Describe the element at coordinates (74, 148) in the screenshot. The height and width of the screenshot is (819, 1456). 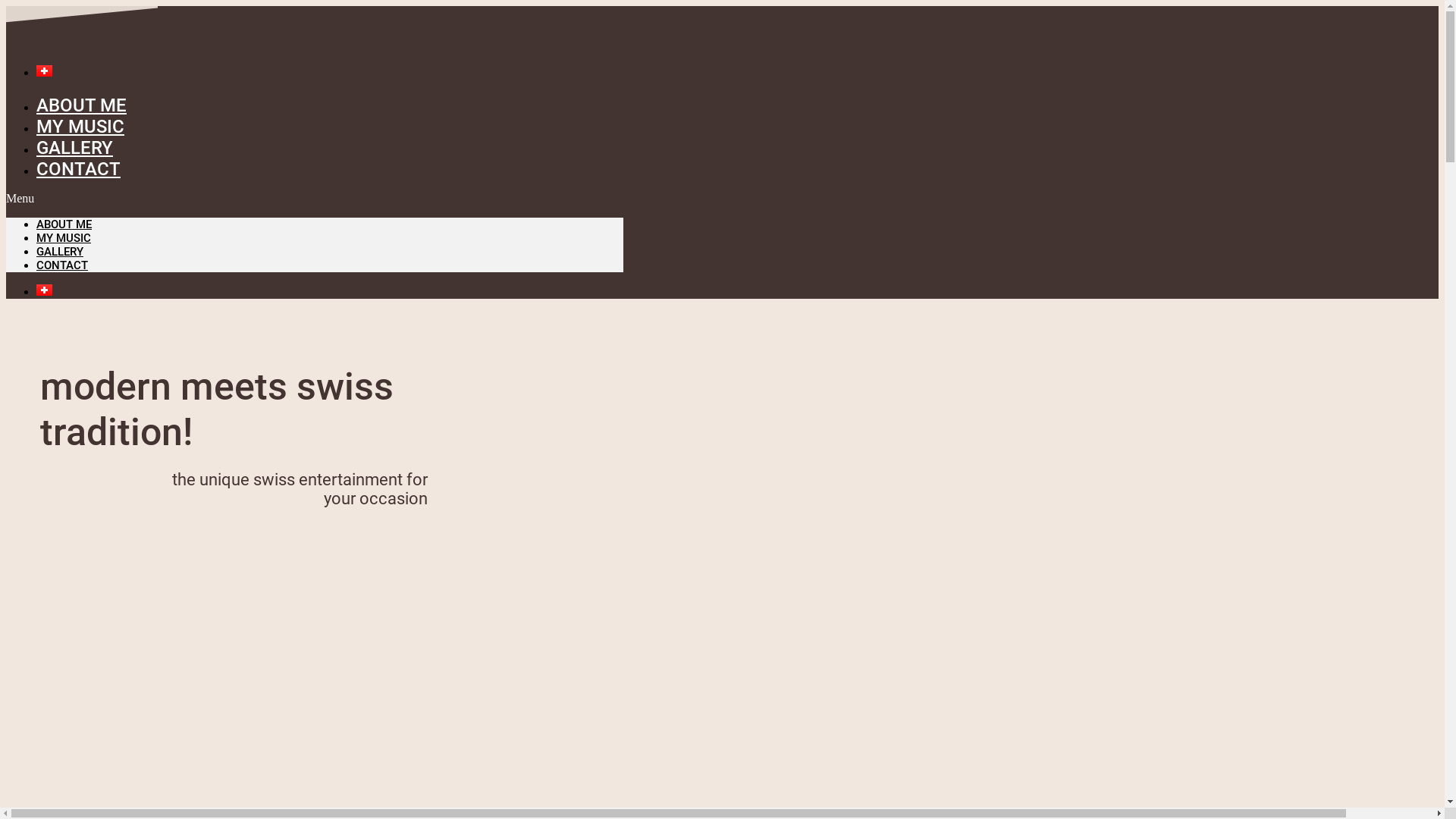
I see `'GALLERY'` at that location.